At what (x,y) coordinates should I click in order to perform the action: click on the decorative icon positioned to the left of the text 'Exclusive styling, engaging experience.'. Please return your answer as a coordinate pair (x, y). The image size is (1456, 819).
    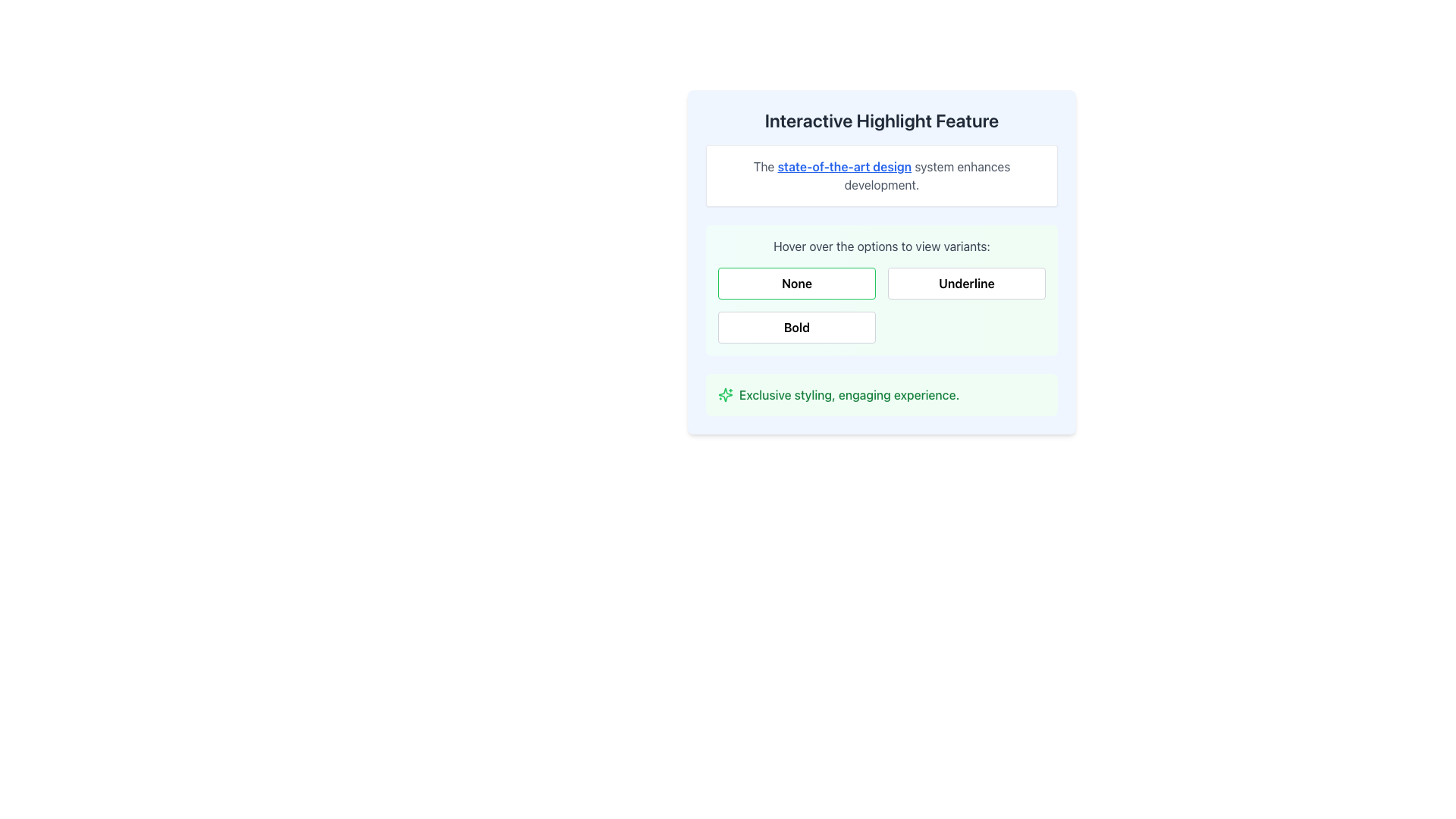
    Looking at the image, I should click on (724, 394).